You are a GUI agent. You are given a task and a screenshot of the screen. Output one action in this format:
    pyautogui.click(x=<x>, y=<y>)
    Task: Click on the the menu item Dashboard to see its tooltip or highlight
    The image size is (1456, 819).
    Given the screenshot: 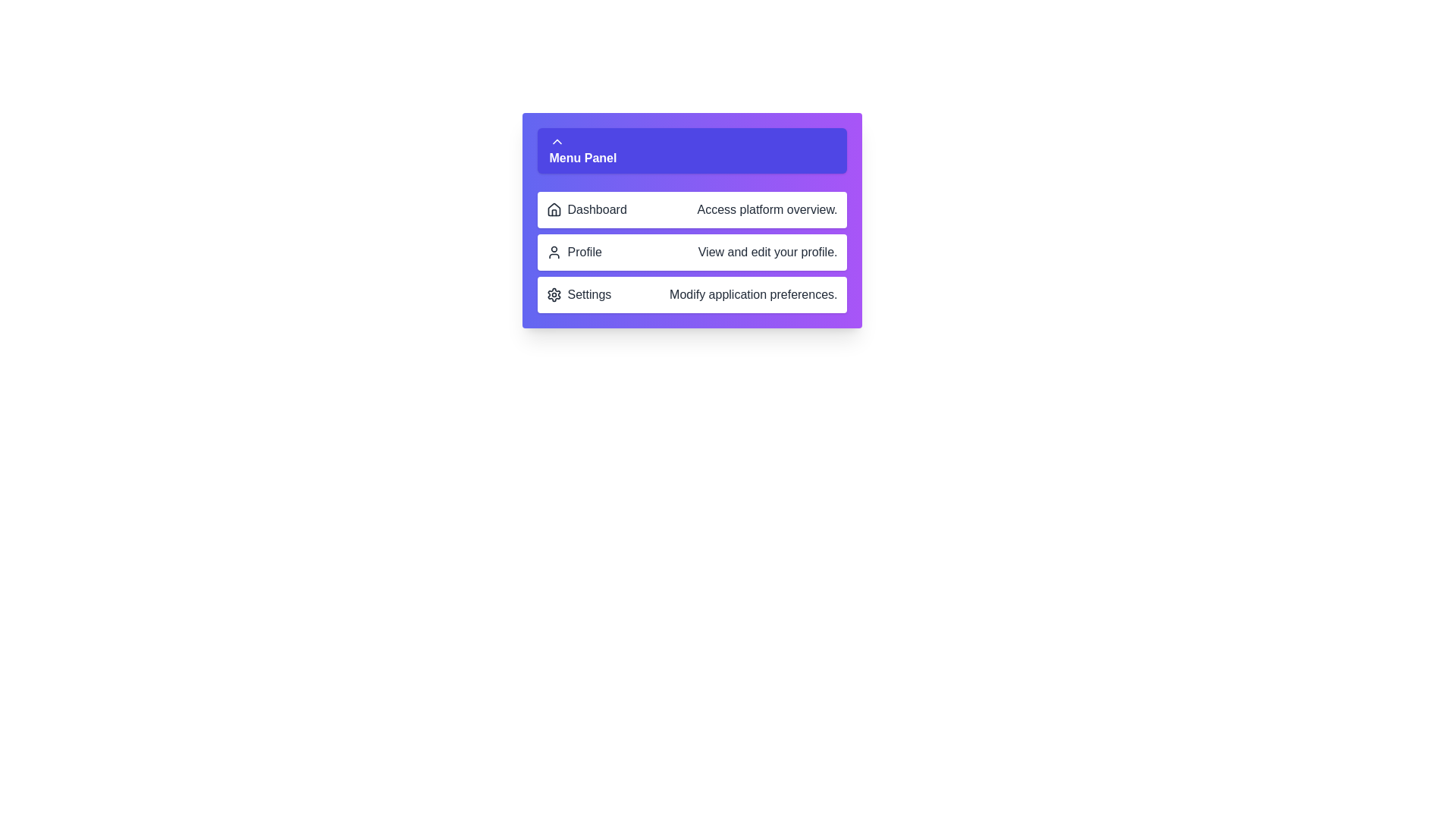 What is the action you would take?
    pyautogui.click(x=691, y=210)
    